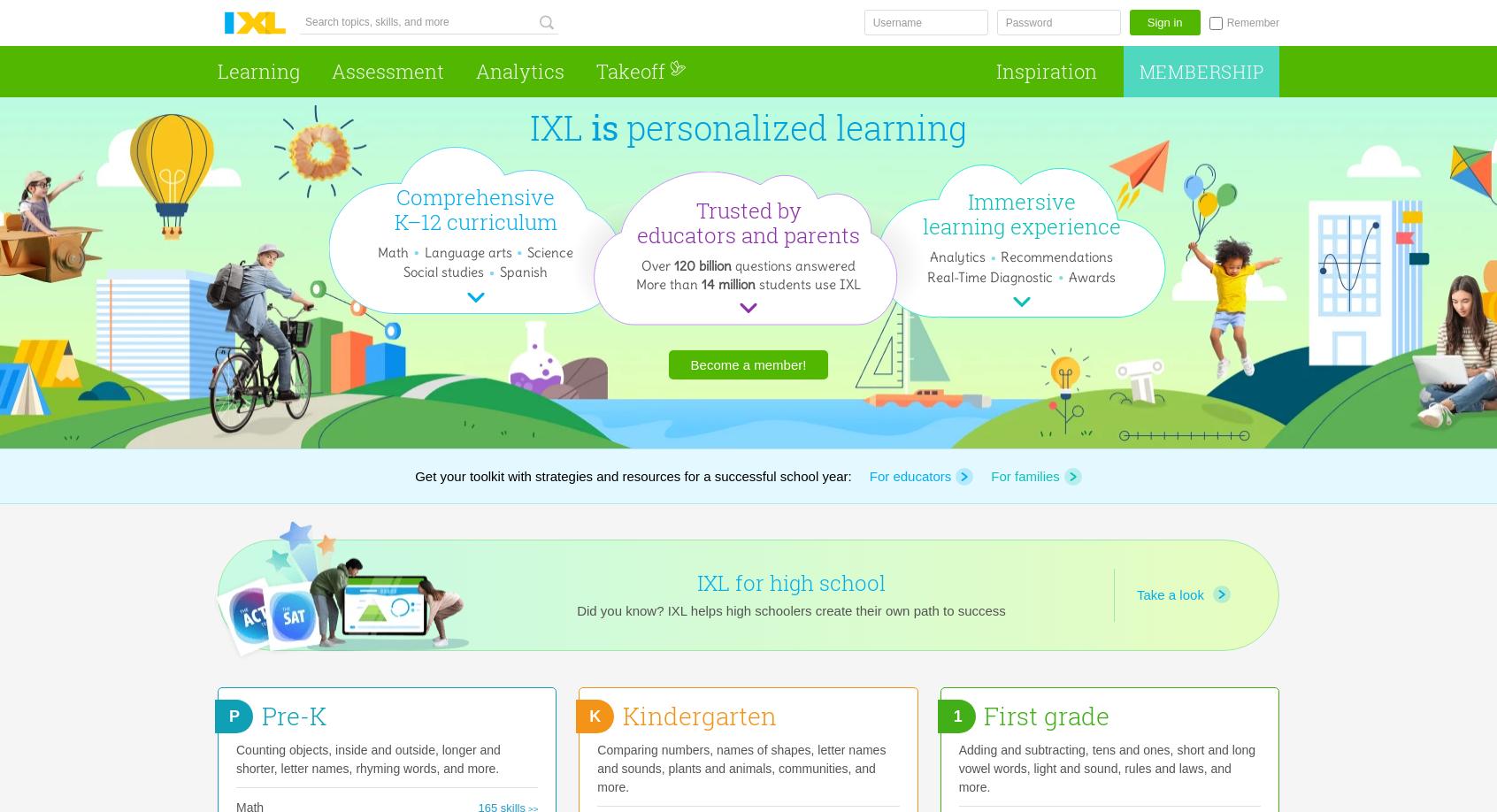 The image size is (1497, 812). What do you see at coordinates (292, 716) in the screenshot?
I see `'Pre-K'` at bounding box center [292, 716].